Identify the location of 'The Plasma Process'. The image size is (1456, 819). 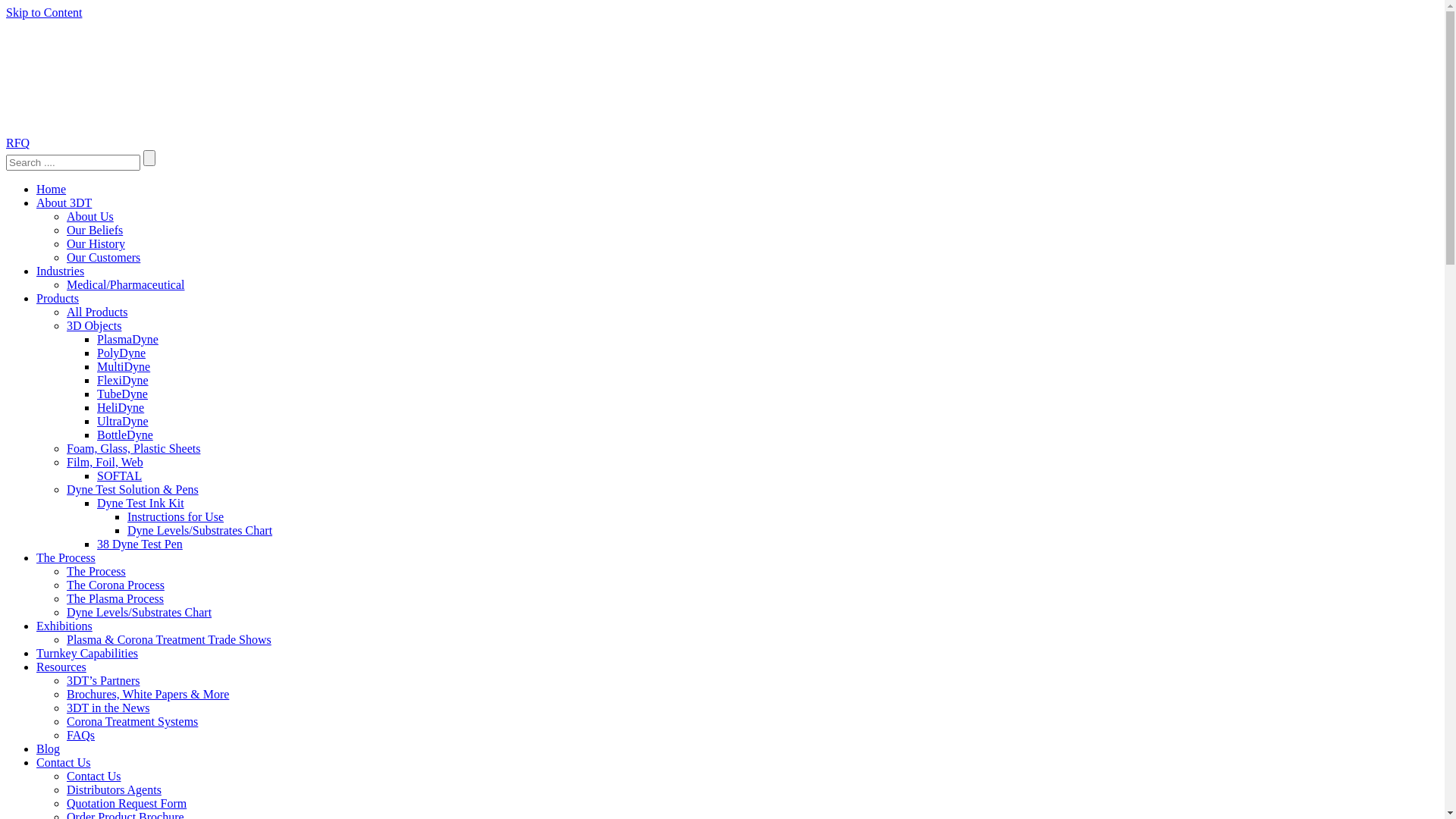
(115, 598).